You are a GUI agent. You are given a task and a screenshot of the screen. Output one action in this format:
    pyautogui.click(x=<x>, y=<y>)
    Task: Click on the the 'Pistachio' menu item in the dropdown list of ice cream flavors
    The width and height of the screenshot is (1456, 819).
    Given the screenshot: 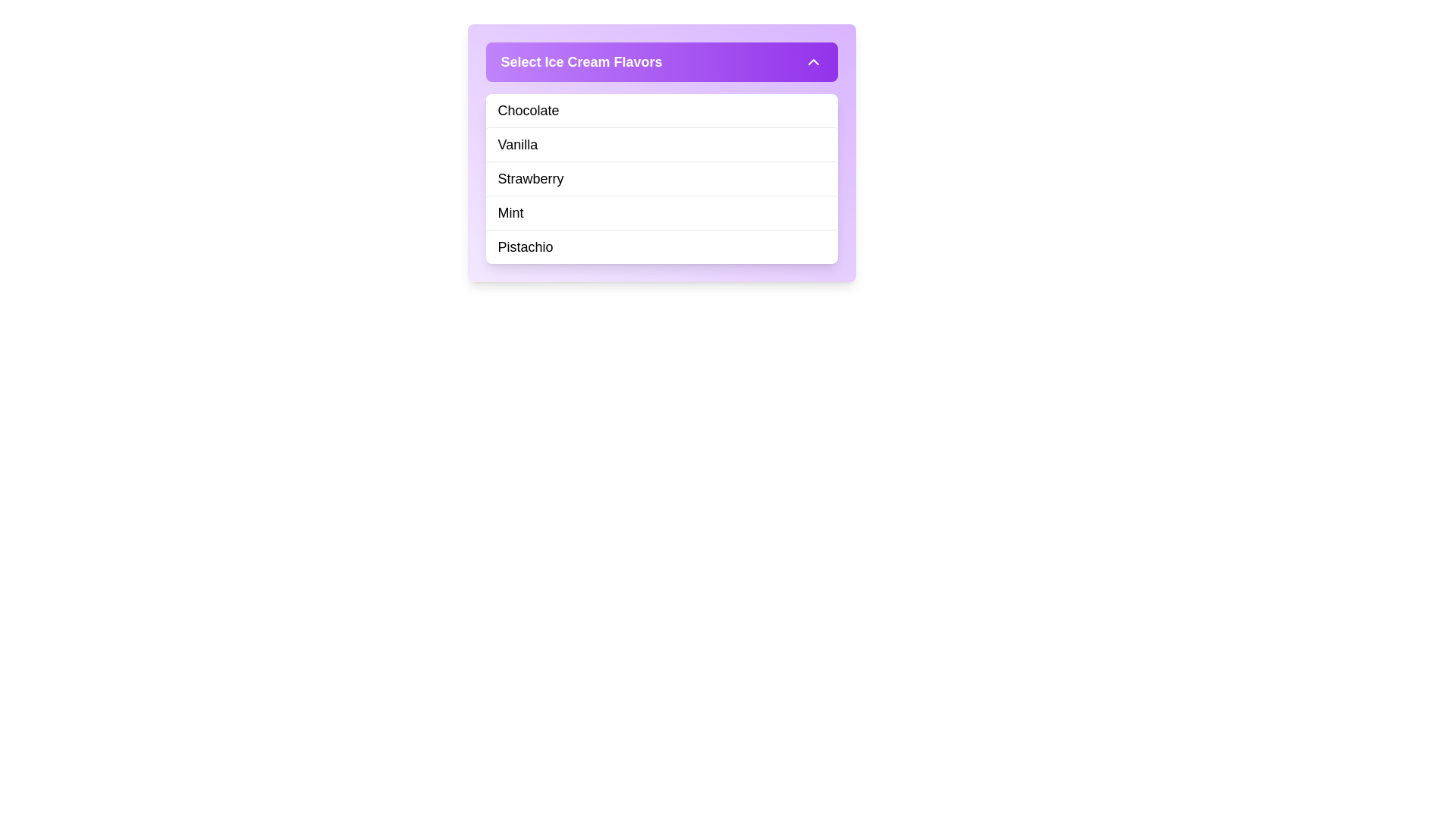 What is the action you would take?
    pyautogui.click(x=661, y=246)
    